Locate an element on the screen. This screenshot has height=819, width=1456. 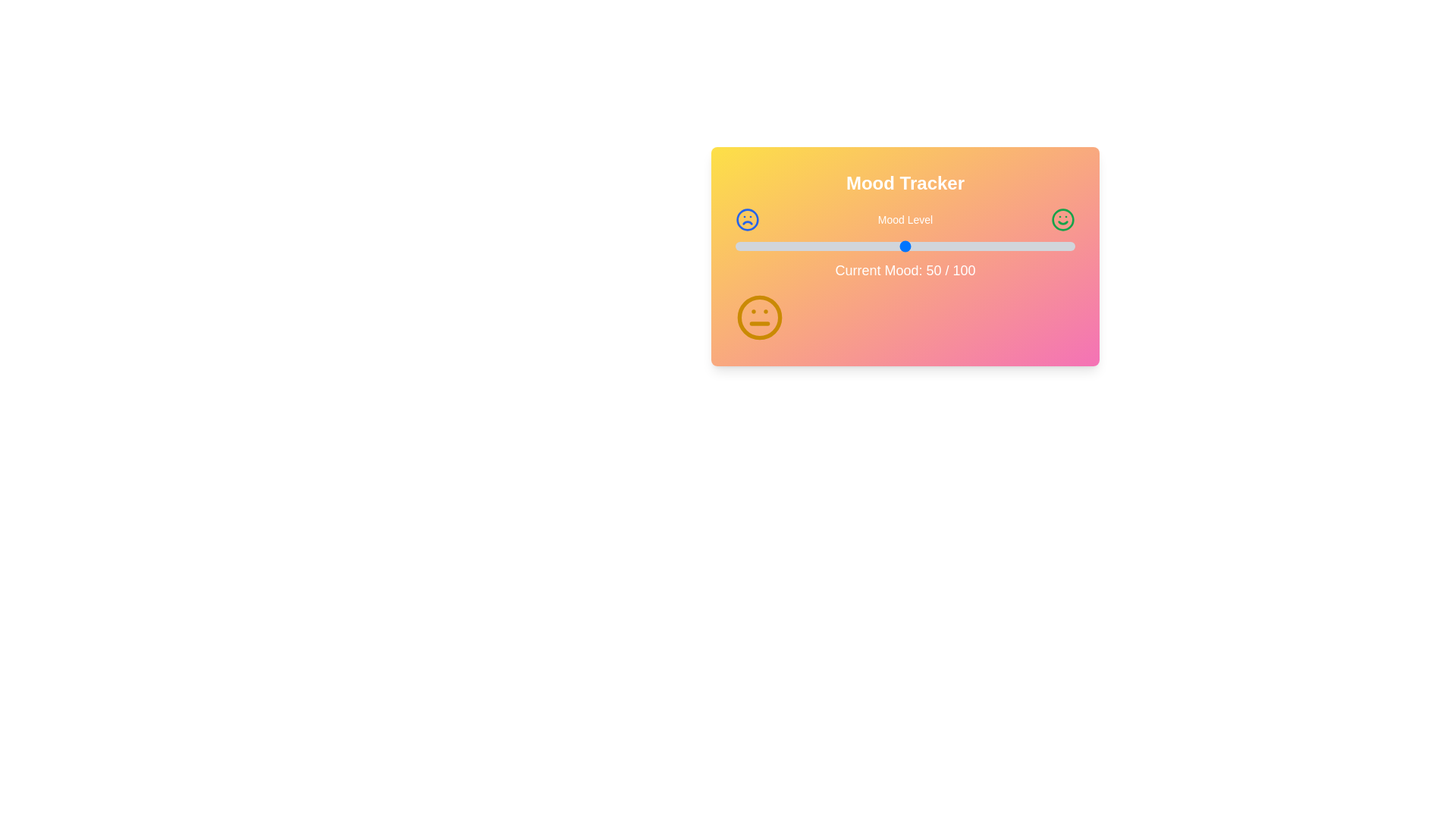
the mood level slider to 94 where mood_level is a percentage between 0 and 100 is located at coordinates (1054, 245).